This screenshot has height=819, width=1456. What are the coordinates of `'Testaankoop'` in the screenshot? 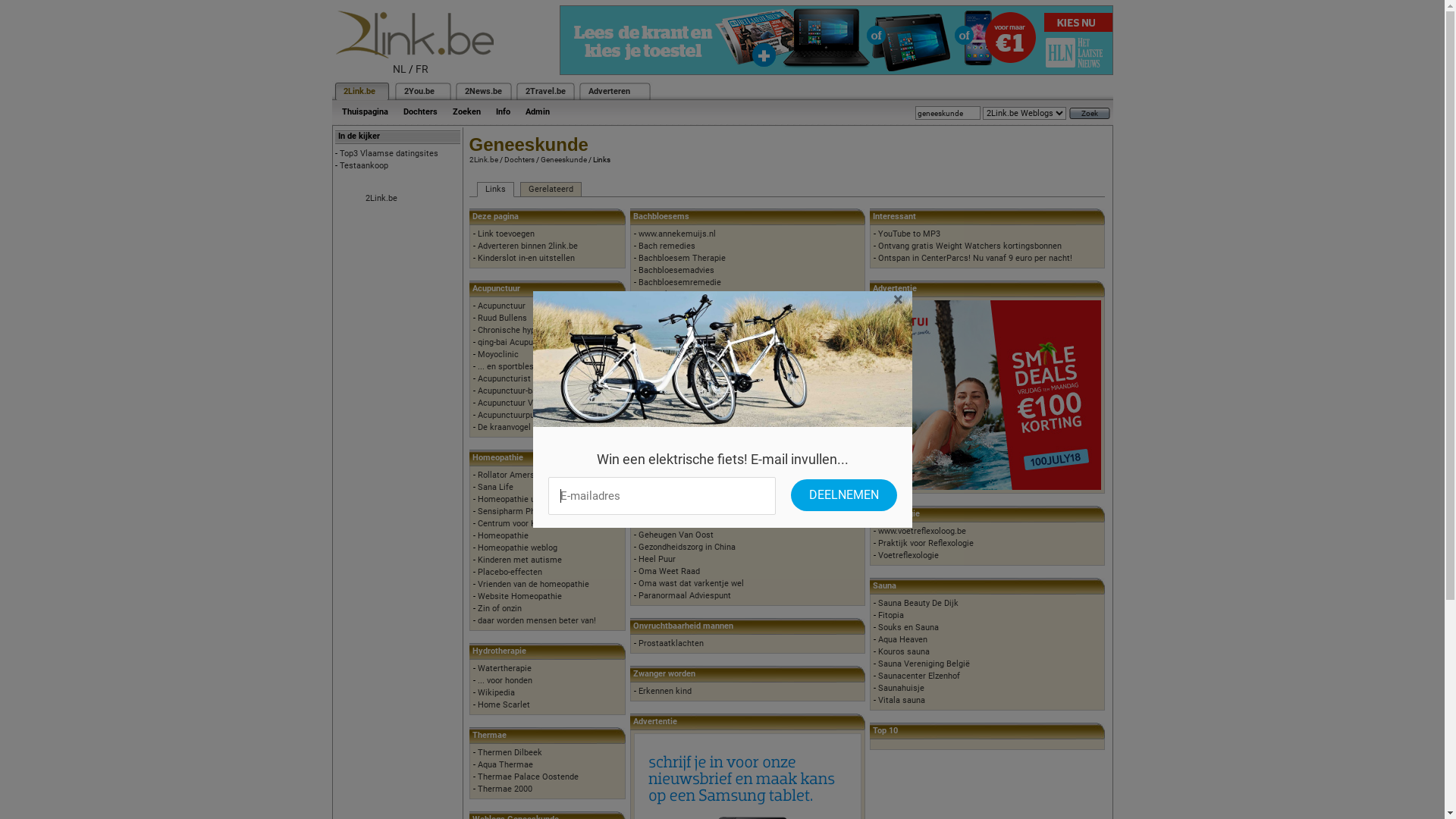 It's located at (338, 165).